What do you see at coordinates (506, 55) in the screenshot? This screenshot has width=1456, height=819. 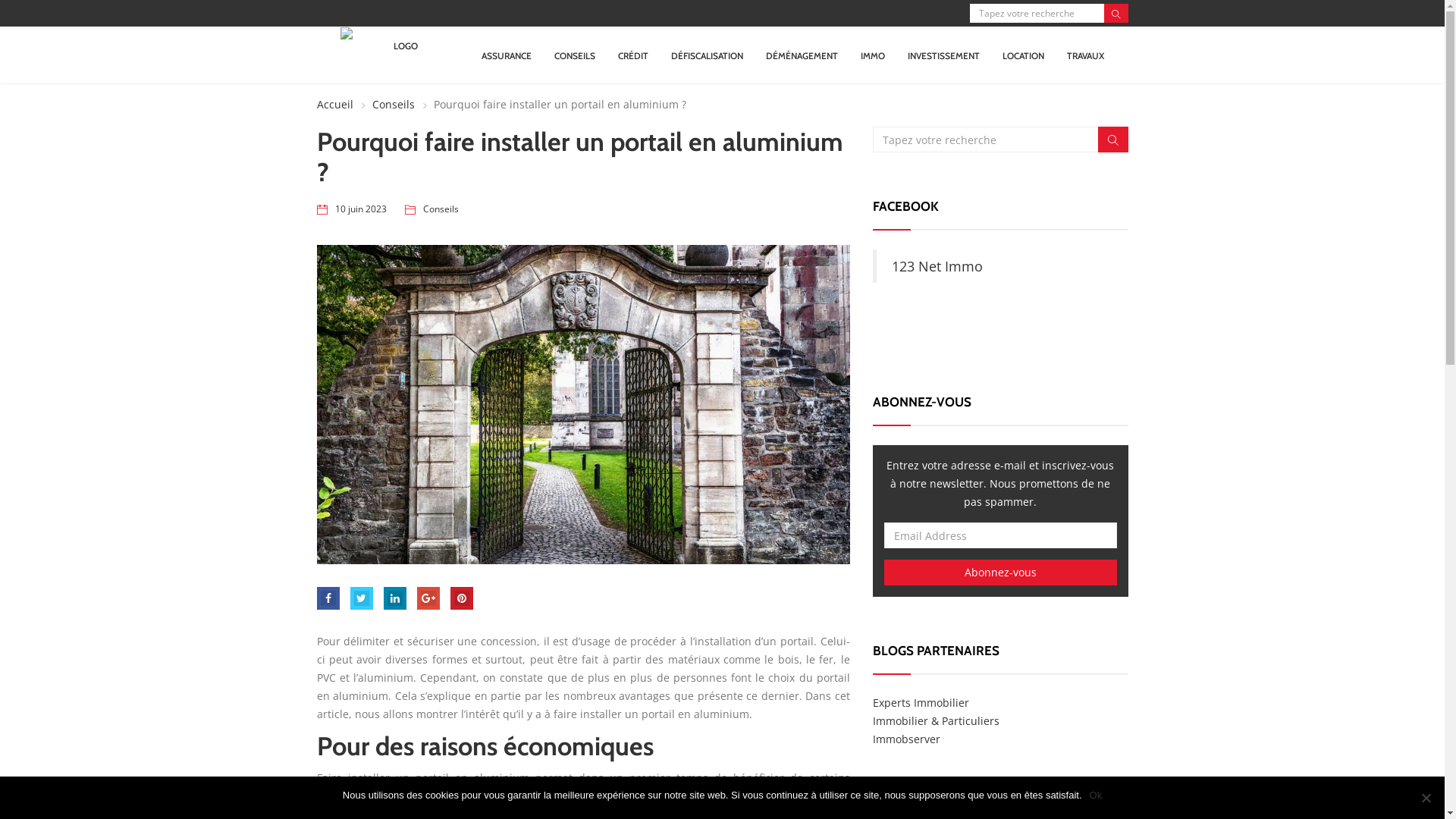 I see `'ASSURANCE'` at bounding box center [506, 55].